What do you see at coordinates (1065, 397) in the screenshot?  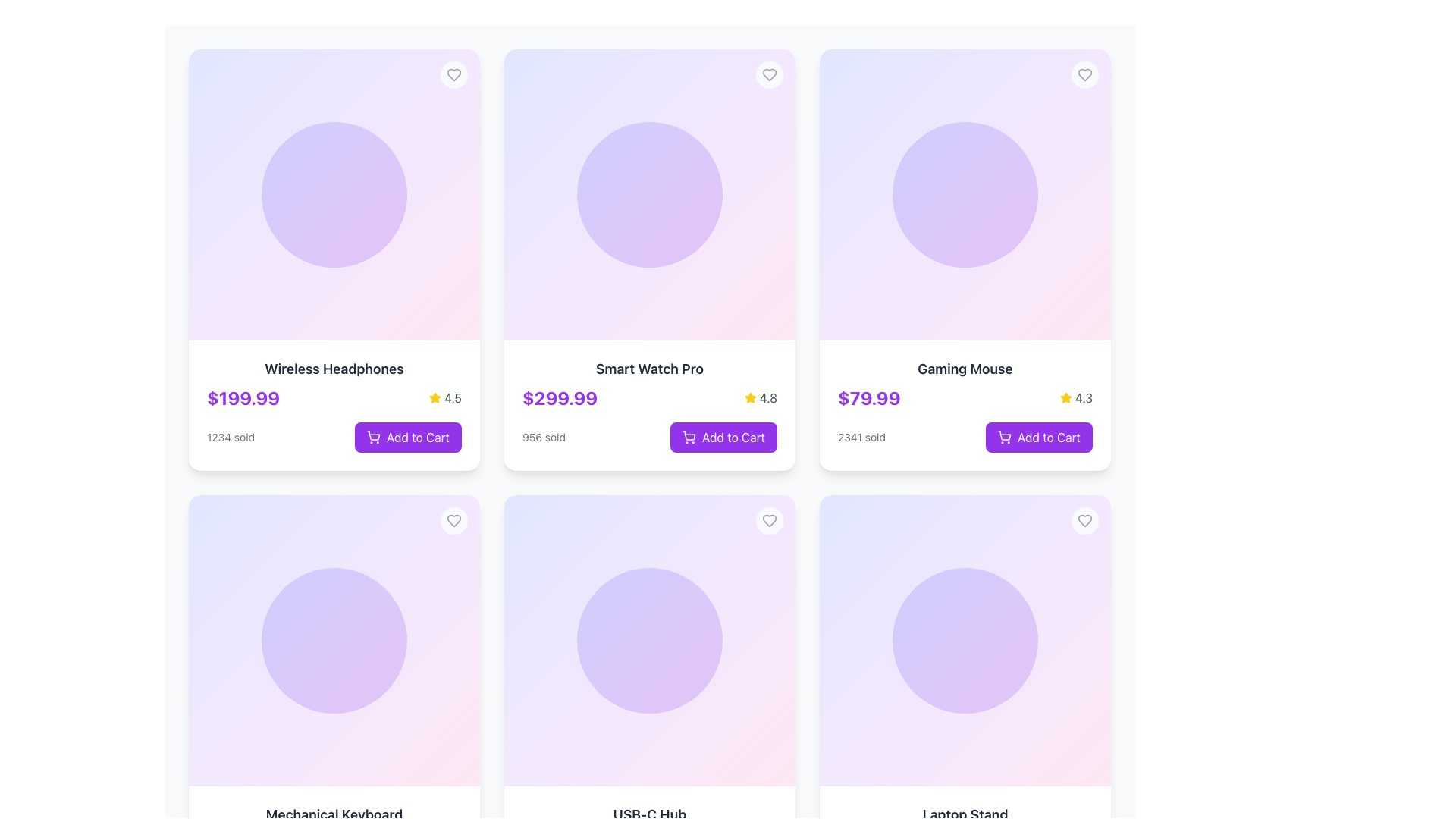 I see `the star icon indicating the rating of the product 'Gaming Mouse', which is located to the right of the numerical rating text '4.3'` at bounding box center [1065, 397].